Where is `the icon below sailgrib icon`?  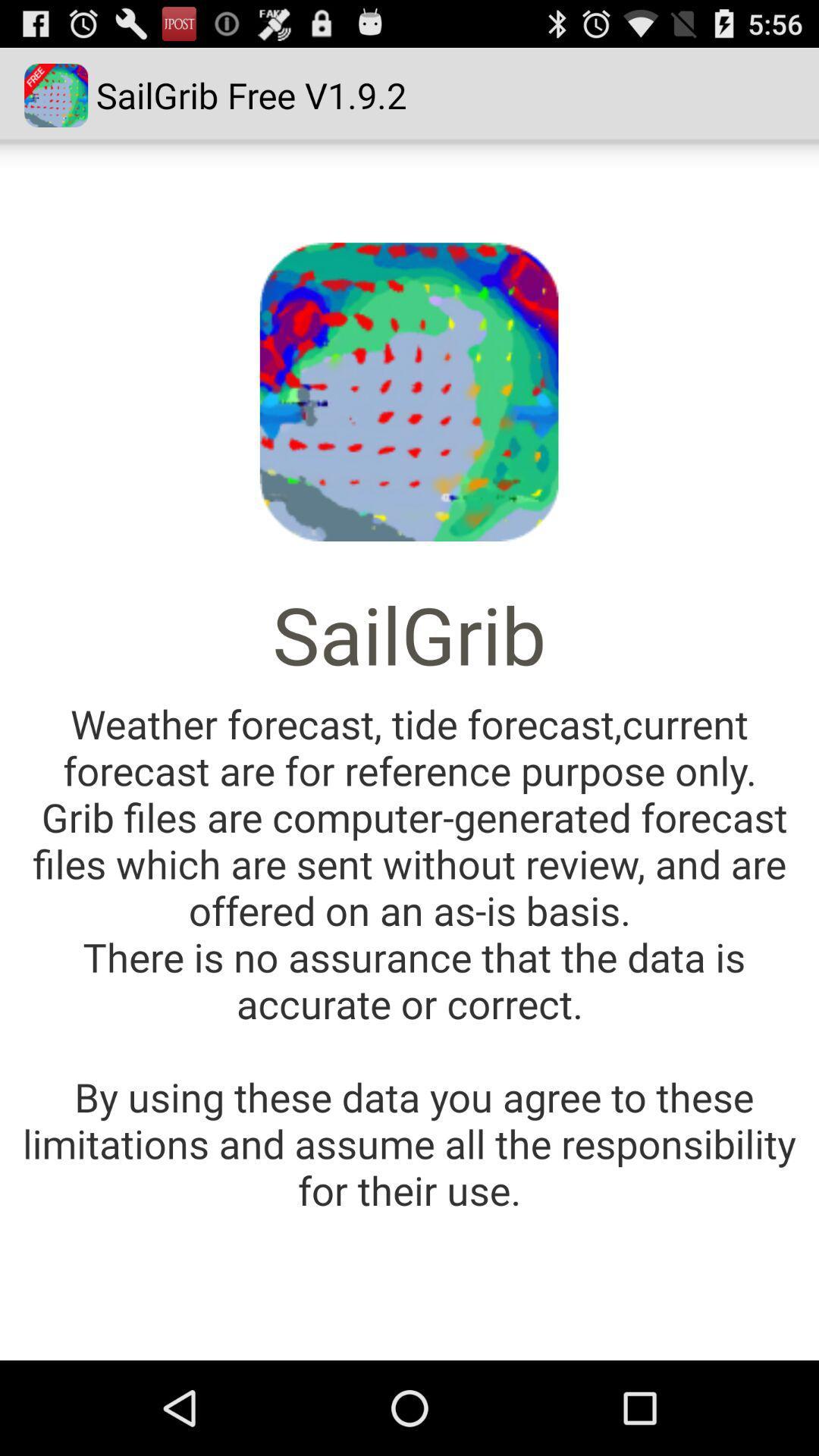 the icon below sailgrib icon is located at coordinates (409, 955).